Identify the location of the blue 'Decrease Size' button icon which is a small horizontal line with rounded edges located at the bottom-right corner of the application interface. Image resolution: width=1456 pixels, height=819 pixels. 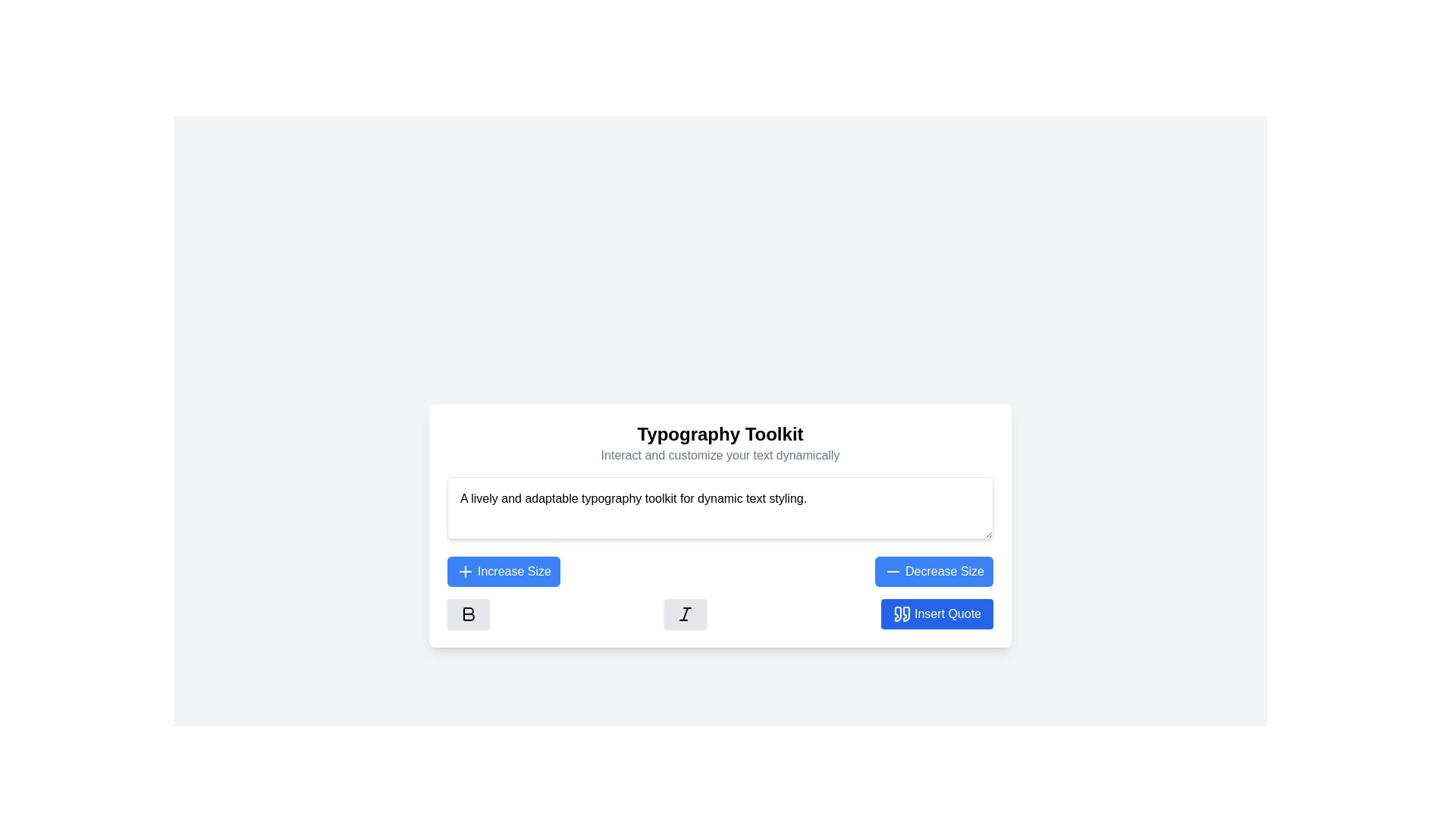
(893, 571).